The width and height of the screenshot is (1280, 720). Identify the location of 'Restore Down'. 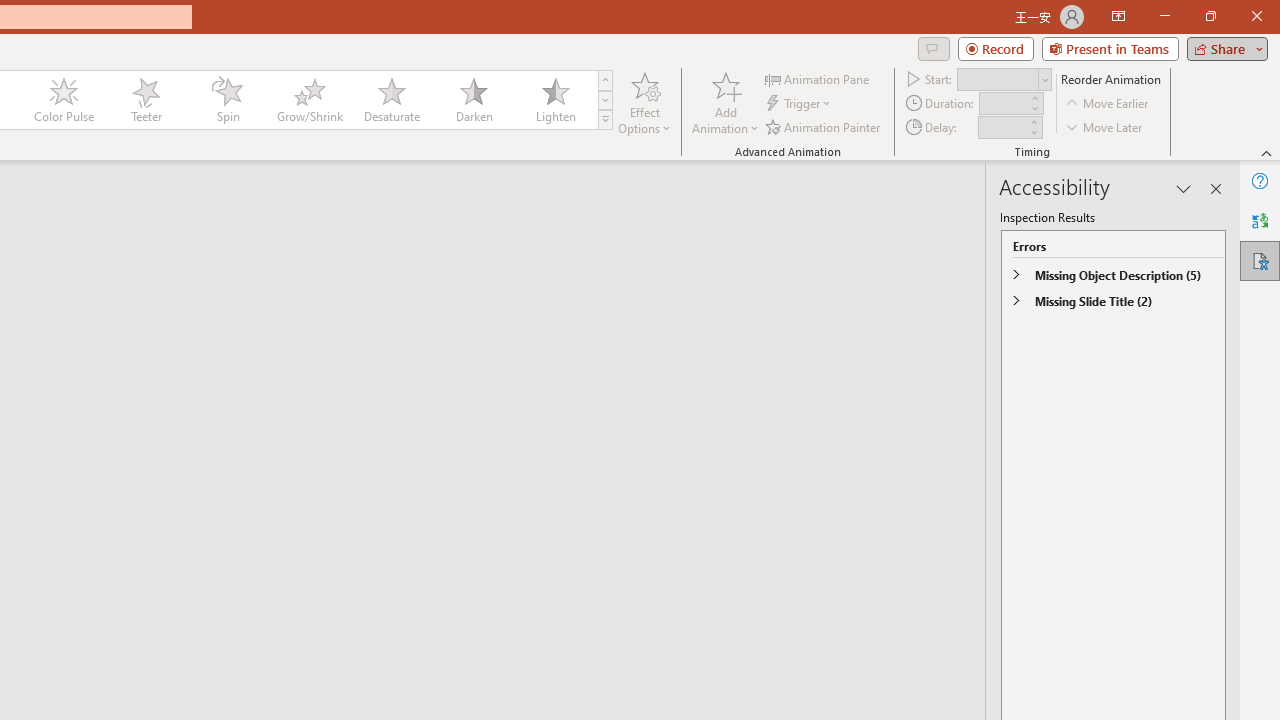
(1209, 16).